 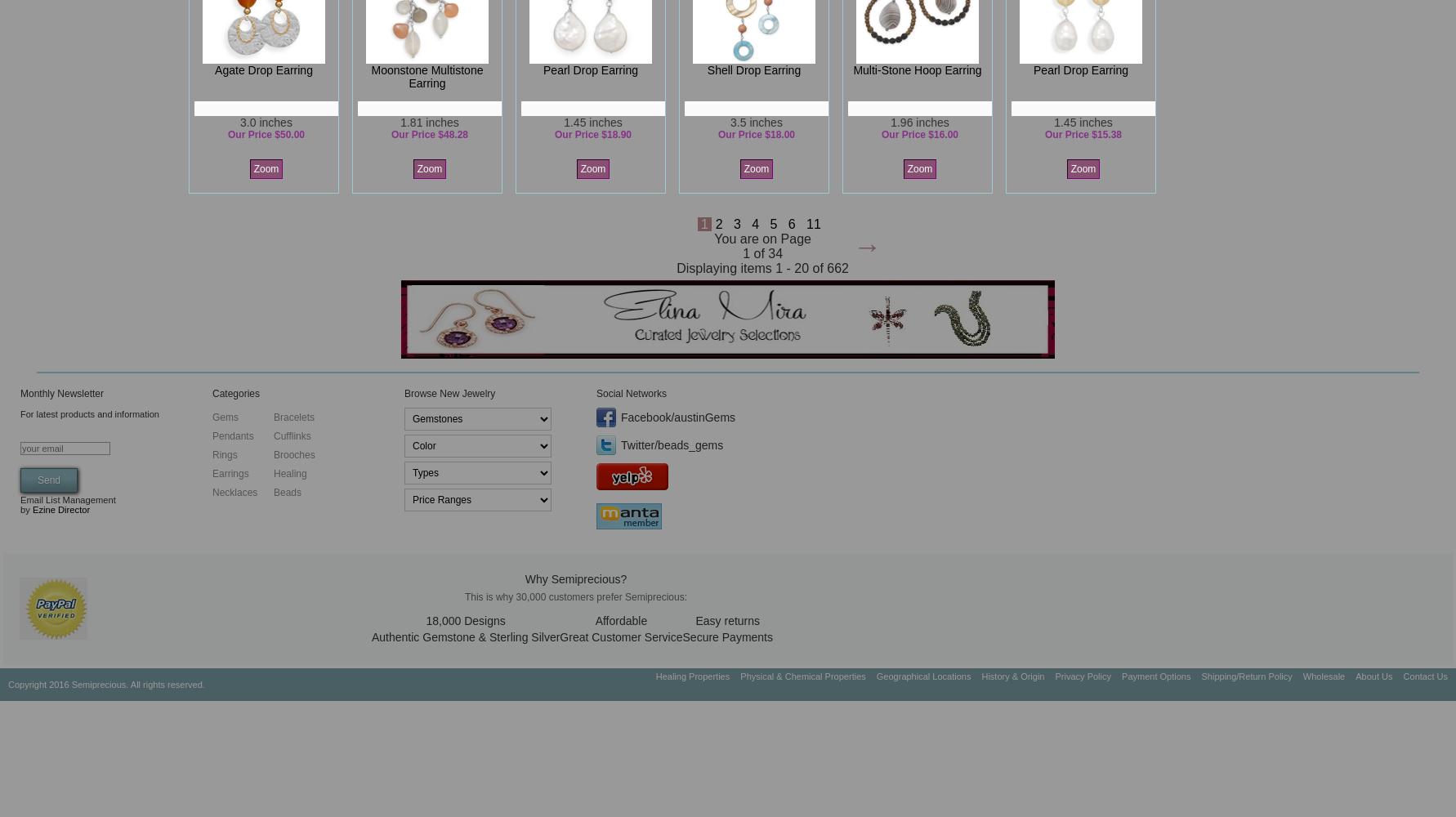 I want to click on 'Earrings', so click(x=229, y=473).